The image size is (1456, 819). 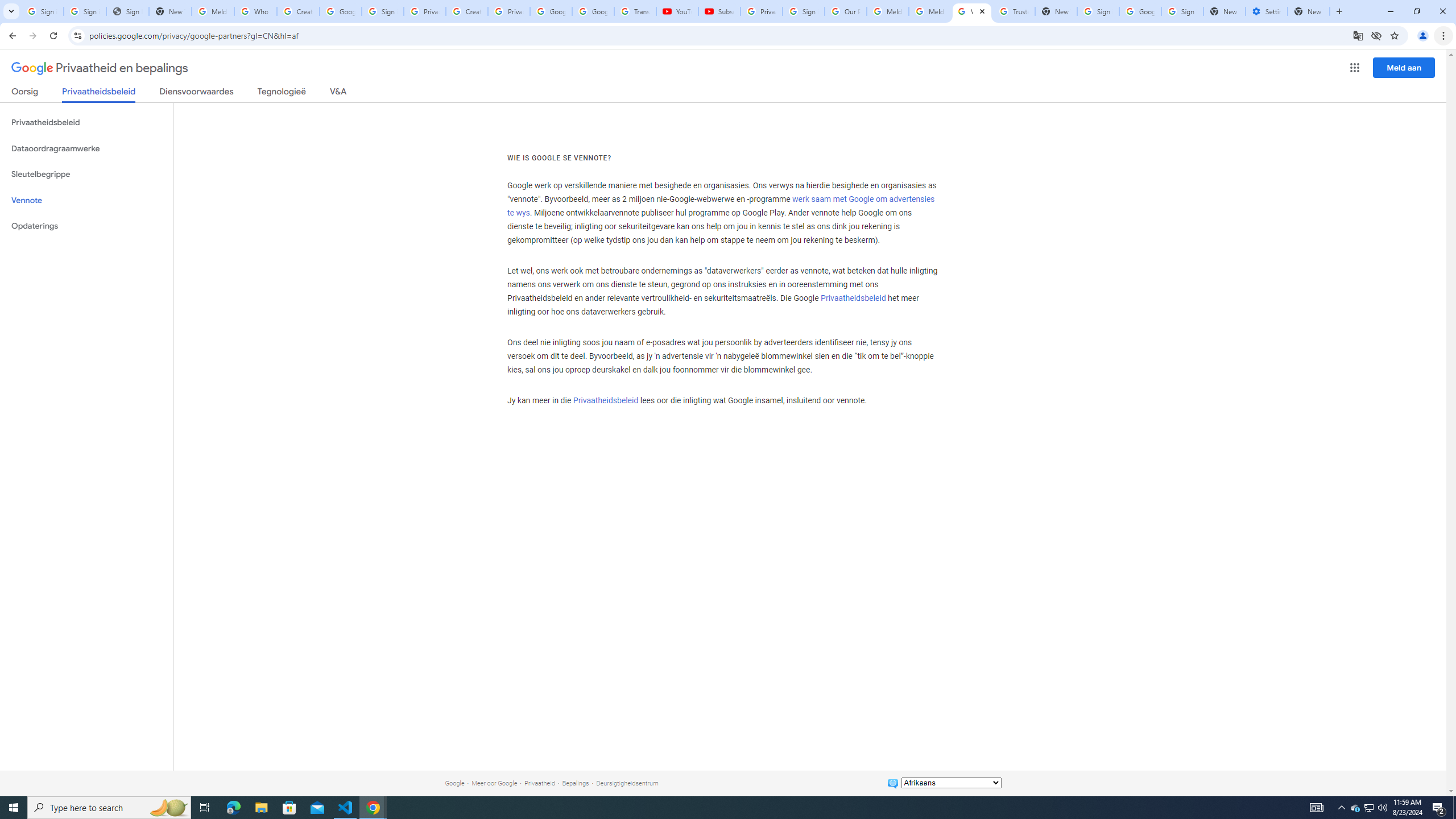 I want to click on 'Google Account', so click(x=591, y=11).